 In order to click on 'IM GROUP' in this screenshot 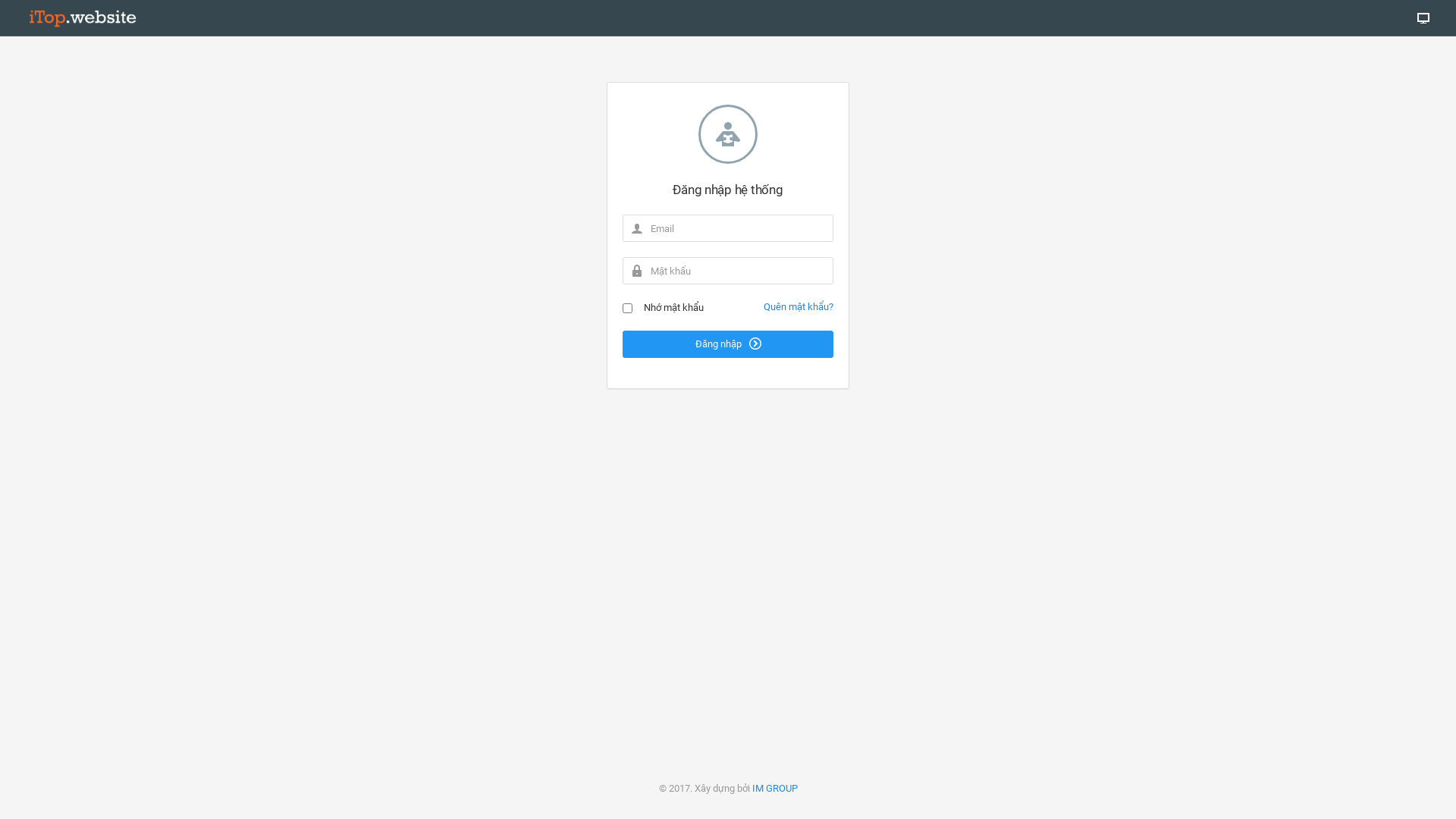, I will do `click(775, 787)`.